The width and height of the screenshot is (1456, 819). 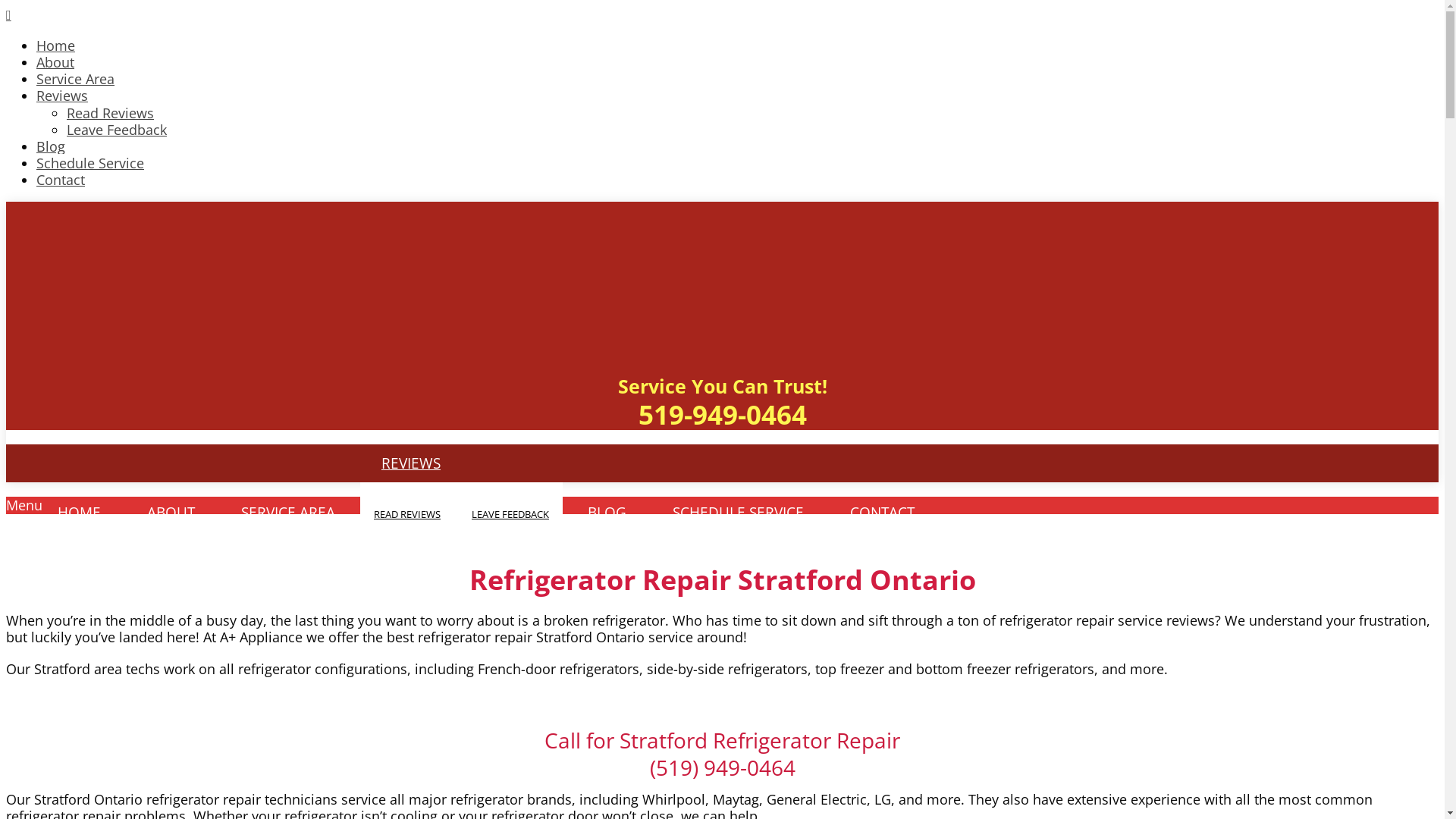 What do you see at coordinates (407, 513) in the screenshot?
I see `'READ REVIEWS'` at bounding box center [407, 513].